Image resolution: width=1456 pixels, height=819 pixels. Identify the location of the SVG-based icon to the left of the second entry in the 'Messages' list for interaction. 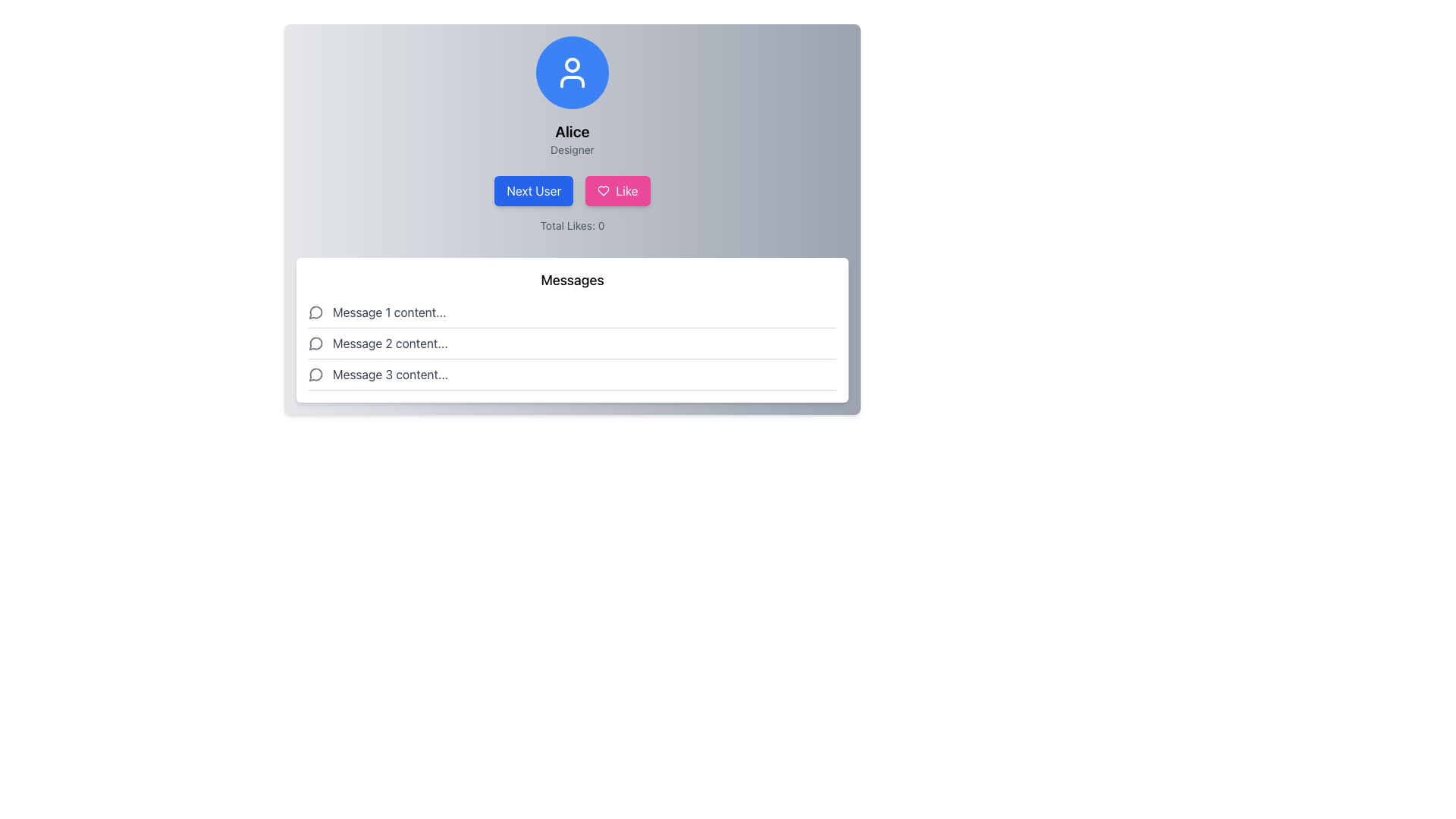
(315, 344).